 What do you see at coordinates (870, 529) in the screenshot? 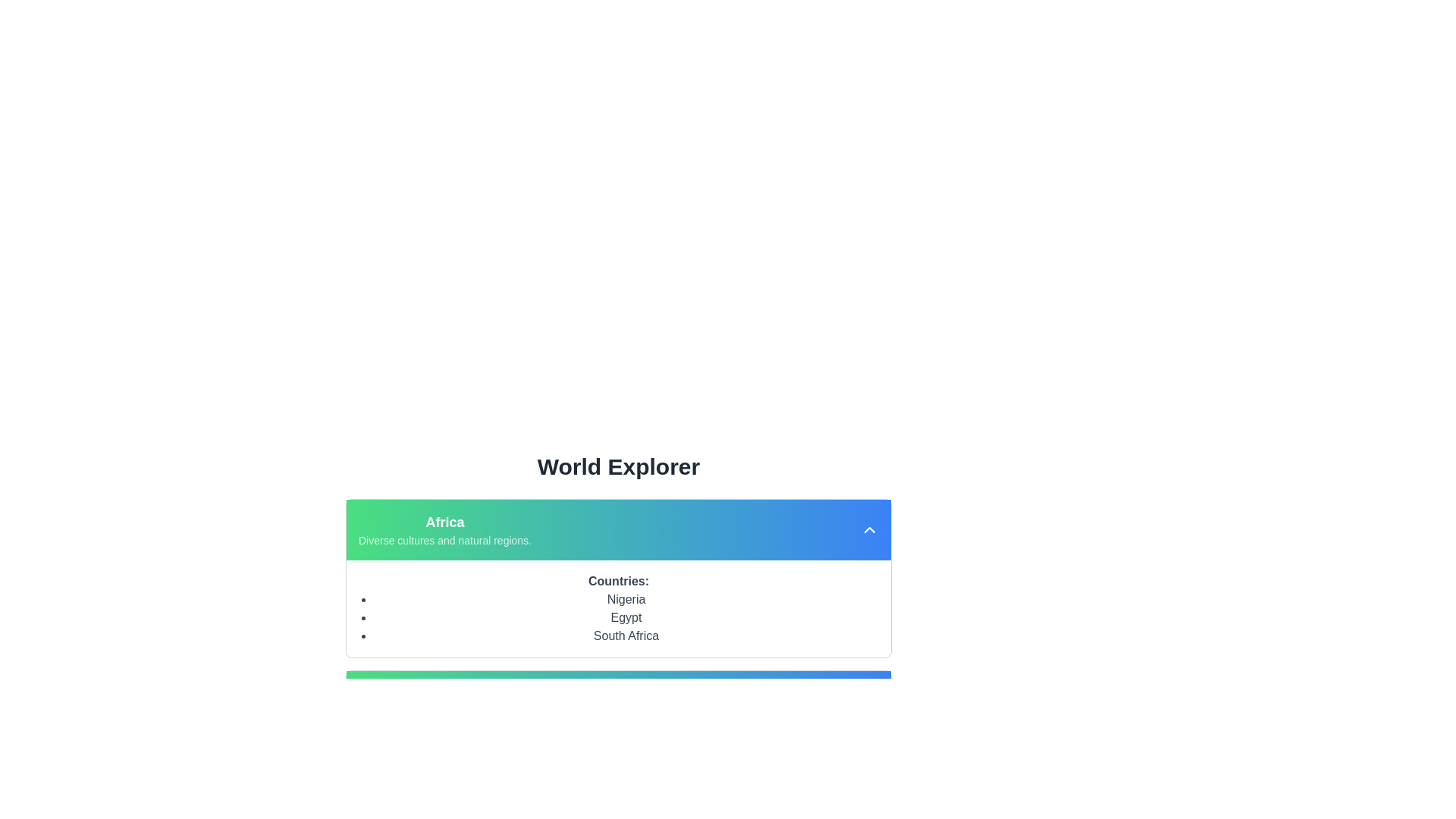
I see `the Icon (Chevron-Up) Button located at the far right end of the horizontal bar next to the text 'Africa' to toggle visibility of additional content` at bounding box center [870, 529].